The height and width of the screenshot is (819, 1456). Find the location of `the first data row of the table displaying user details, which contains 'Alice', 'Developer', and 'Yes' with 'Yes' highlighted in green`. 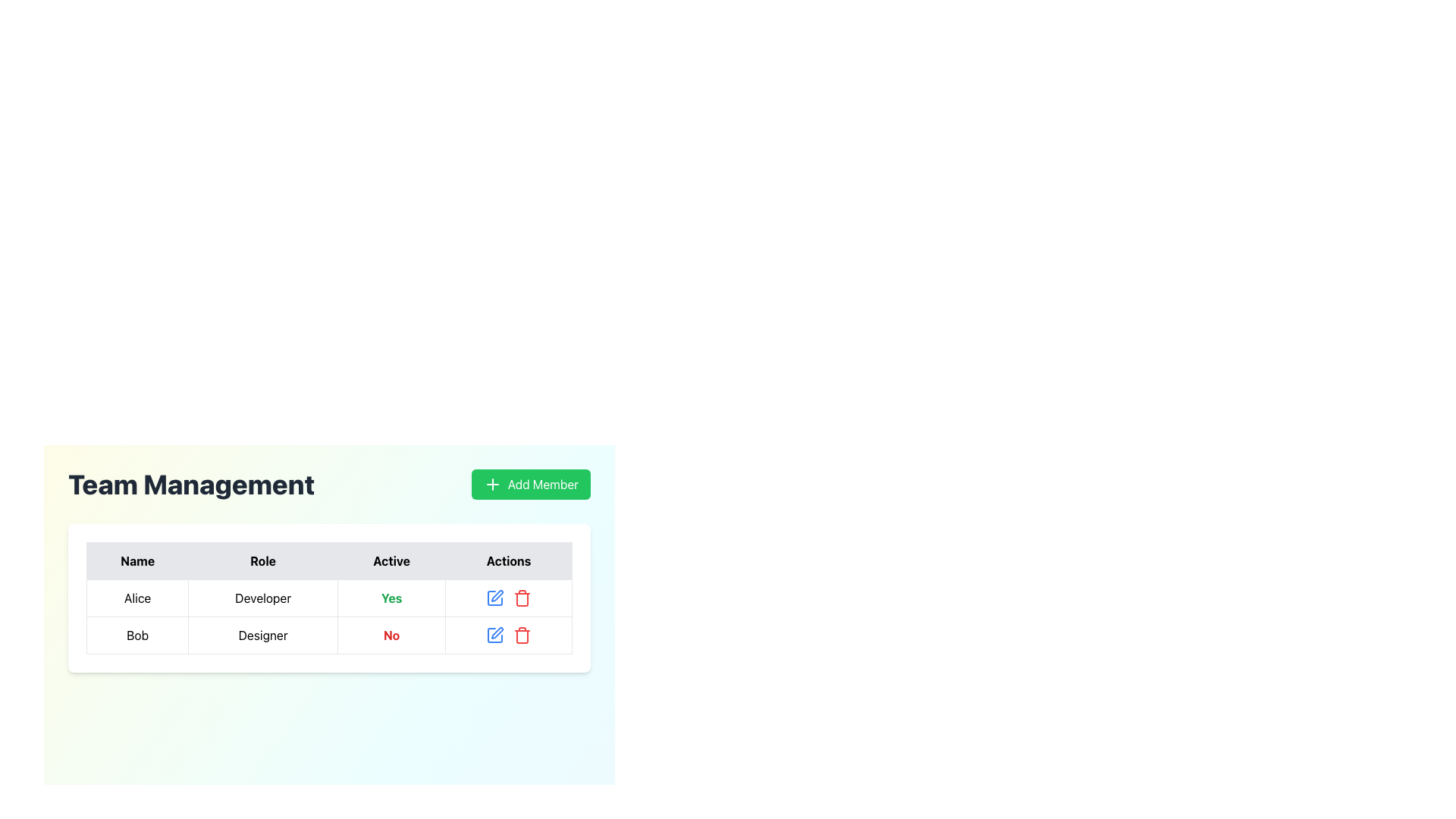

the first data row of the table displaying user details, which contains 'Alice', 'Developer', and 'Yes' with 'Yes' highlighted in green is located at coordinates (328, 617).